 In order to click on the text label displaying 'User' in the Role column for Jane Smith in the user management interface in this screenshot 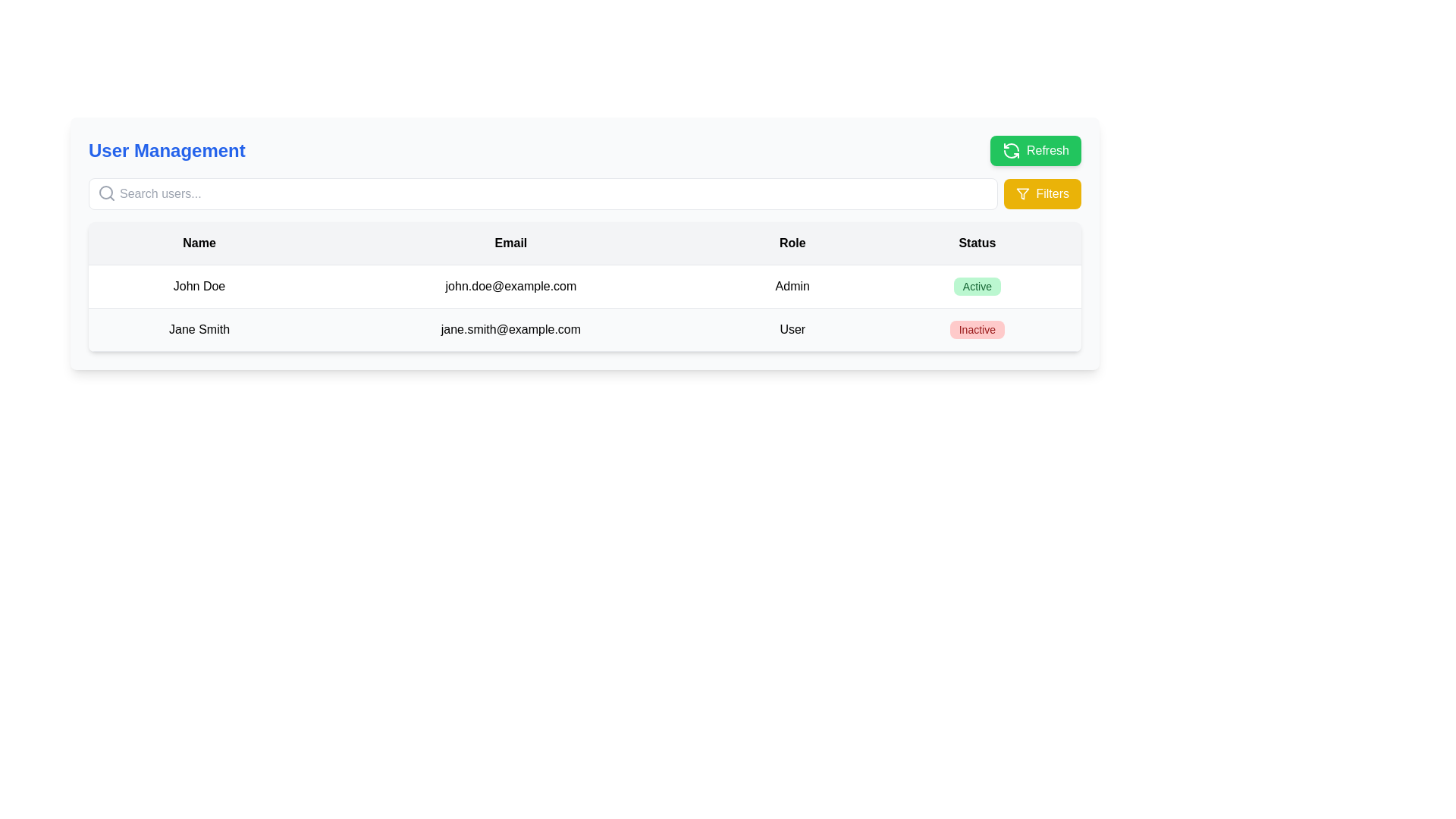, I will do `click(792, 329)`.